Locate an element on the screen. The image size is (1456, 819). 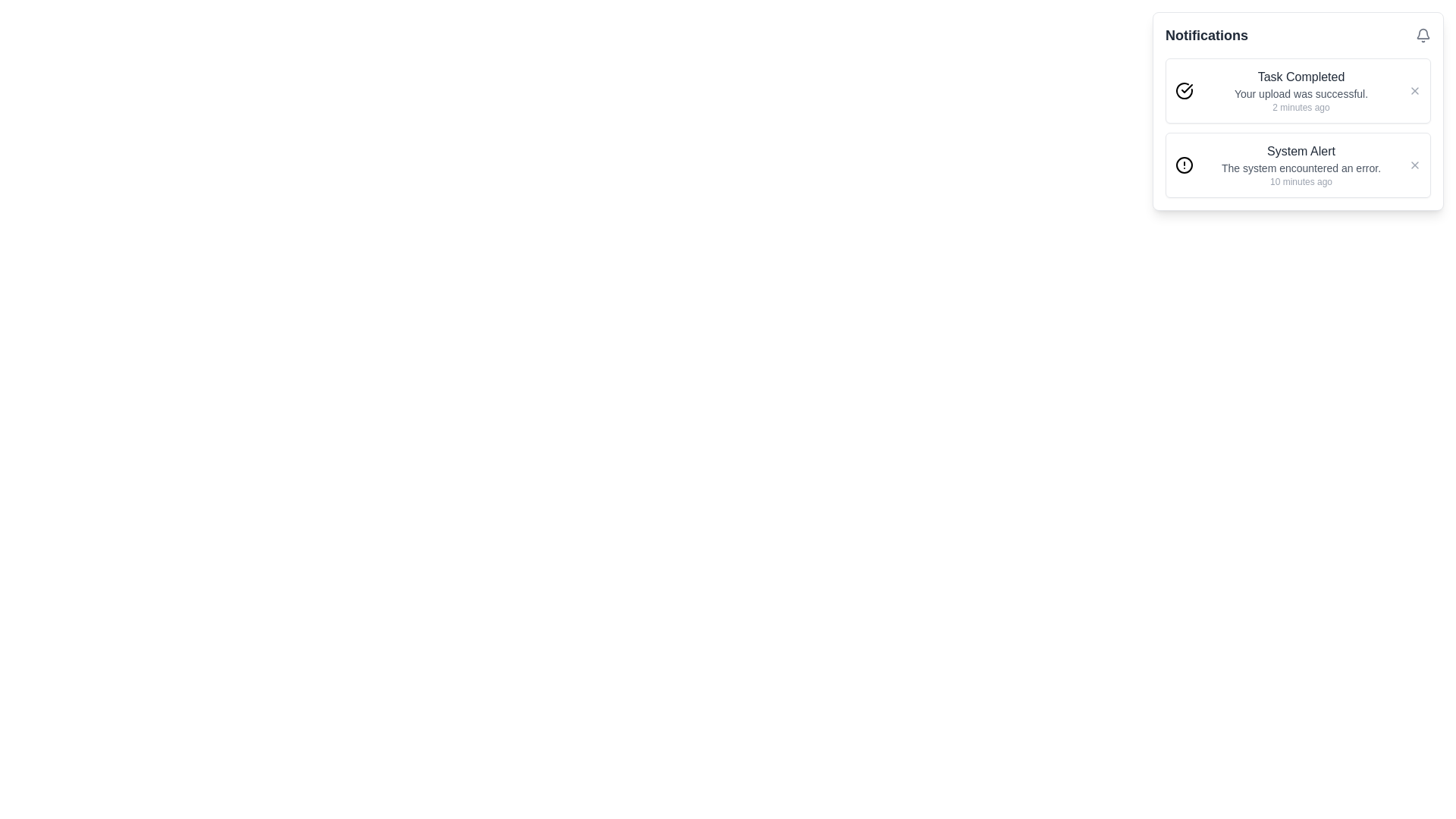
the text label displaying '2 minutes ago' in light gray color, located within the 'Task Completed' notification beneath 'Your upload was successful.' is located at coordinates (1301, 107).